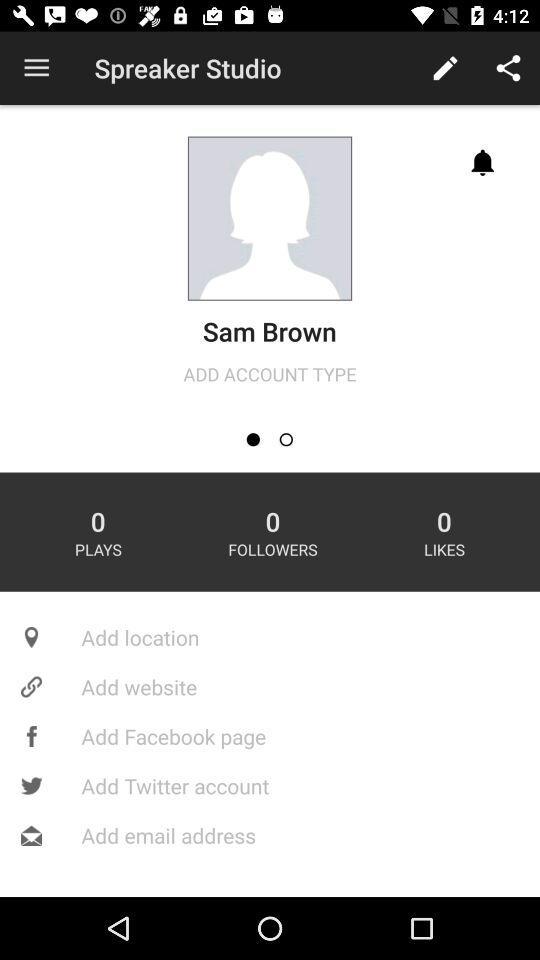  I want to click on item above add twitter account, so click(270, 735).